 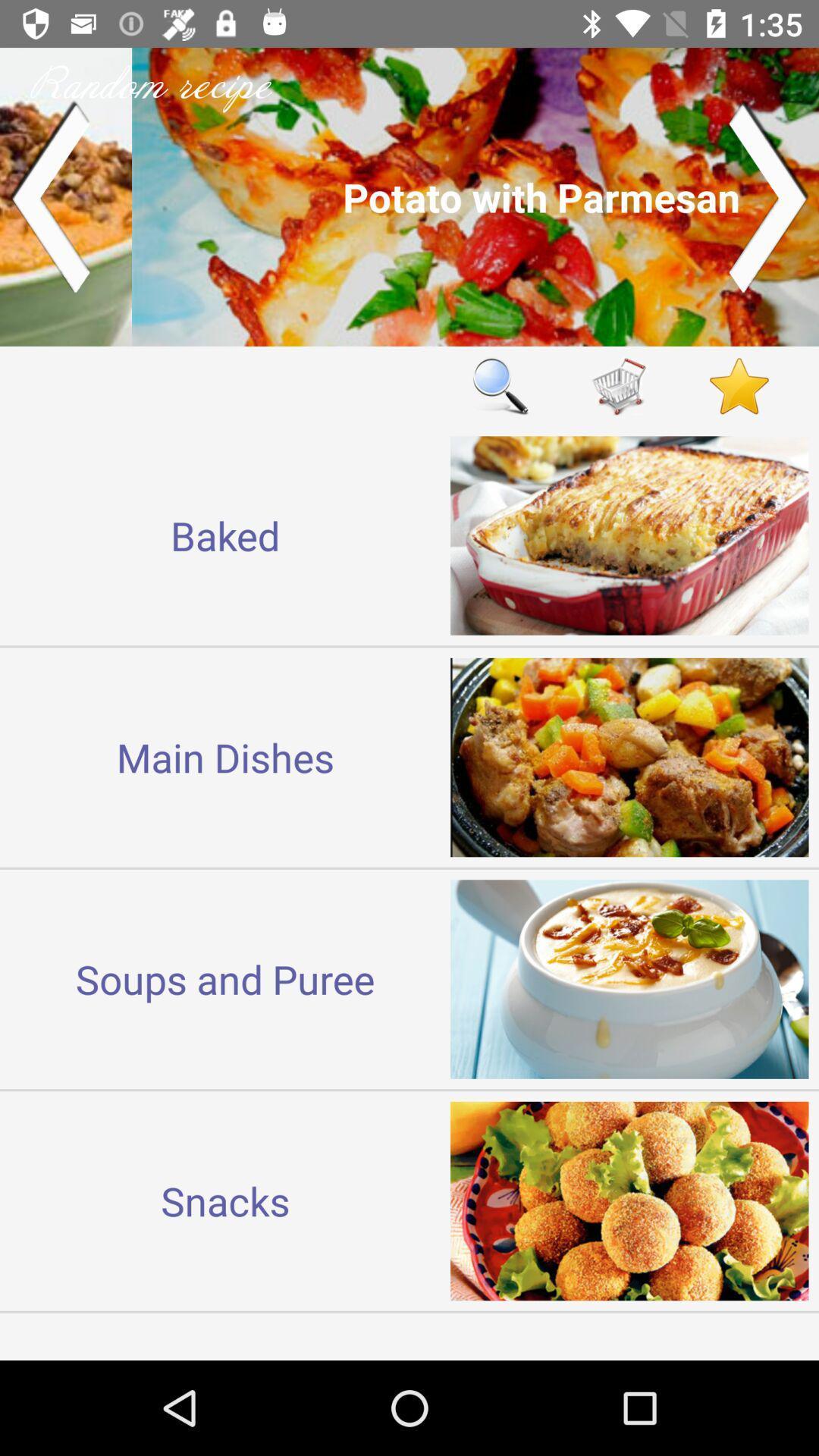 What do you see at coordinates (620, 386) in the screenshot?
I see `the cart icon` at bounding box center [620, 386].